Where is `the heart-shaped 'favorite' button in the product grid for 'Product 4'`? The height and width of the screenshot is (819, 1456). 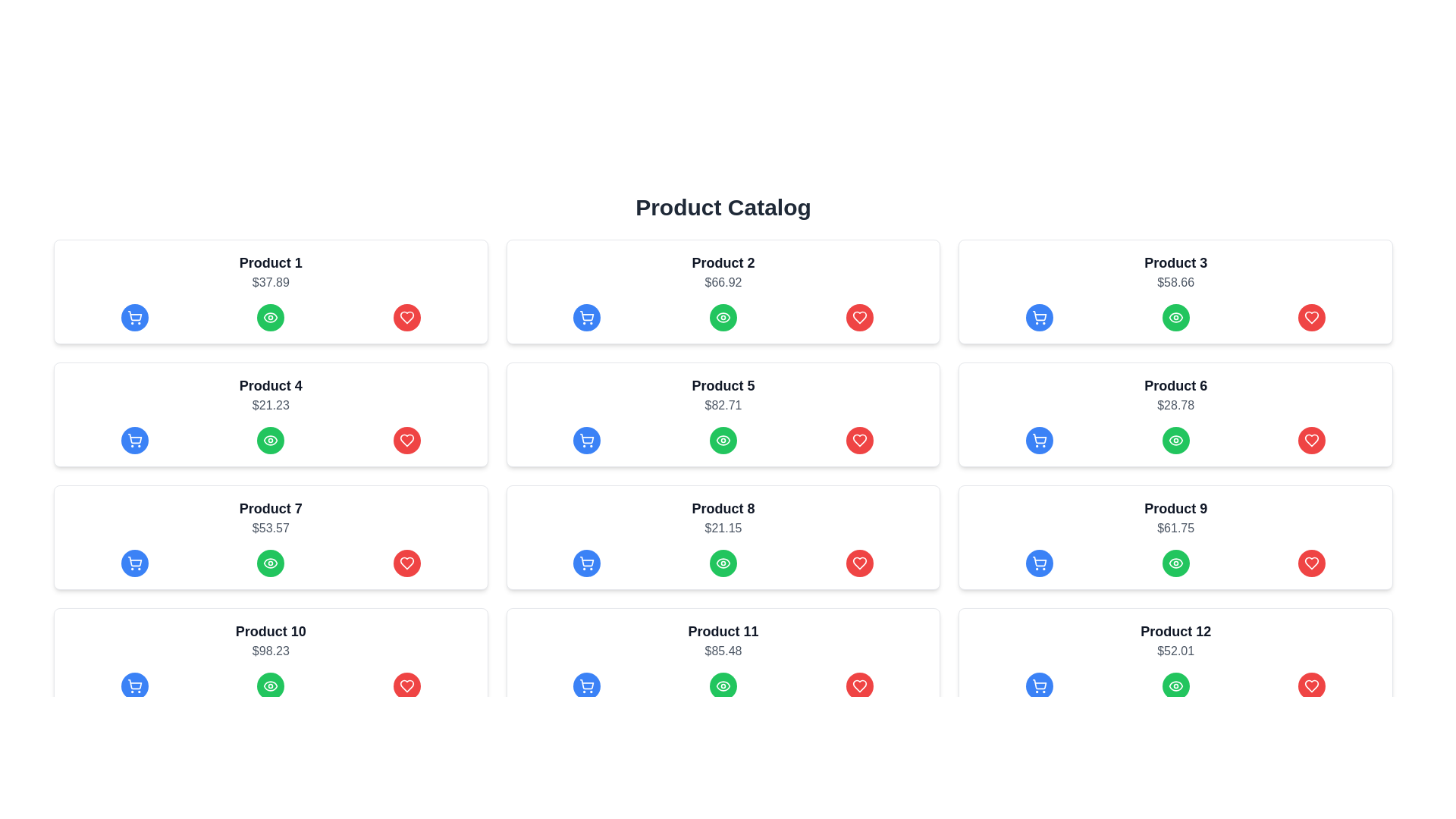 the heart-shaped 'favorite' button in the product grid for 'Product 4' is located at coordinates (406, 441).